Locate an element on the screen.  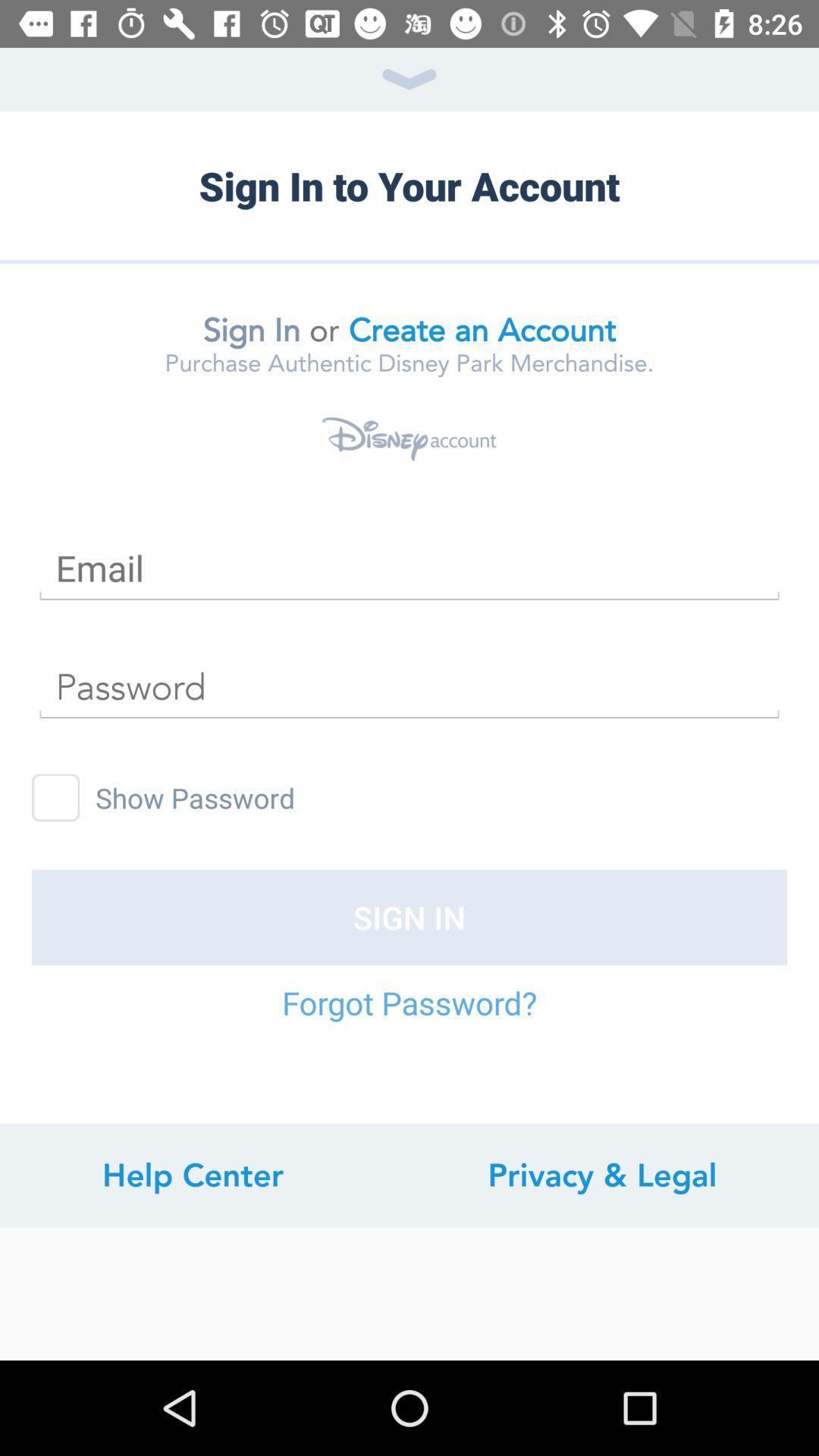
item next to the show password item is located at coordinates (55, 797).